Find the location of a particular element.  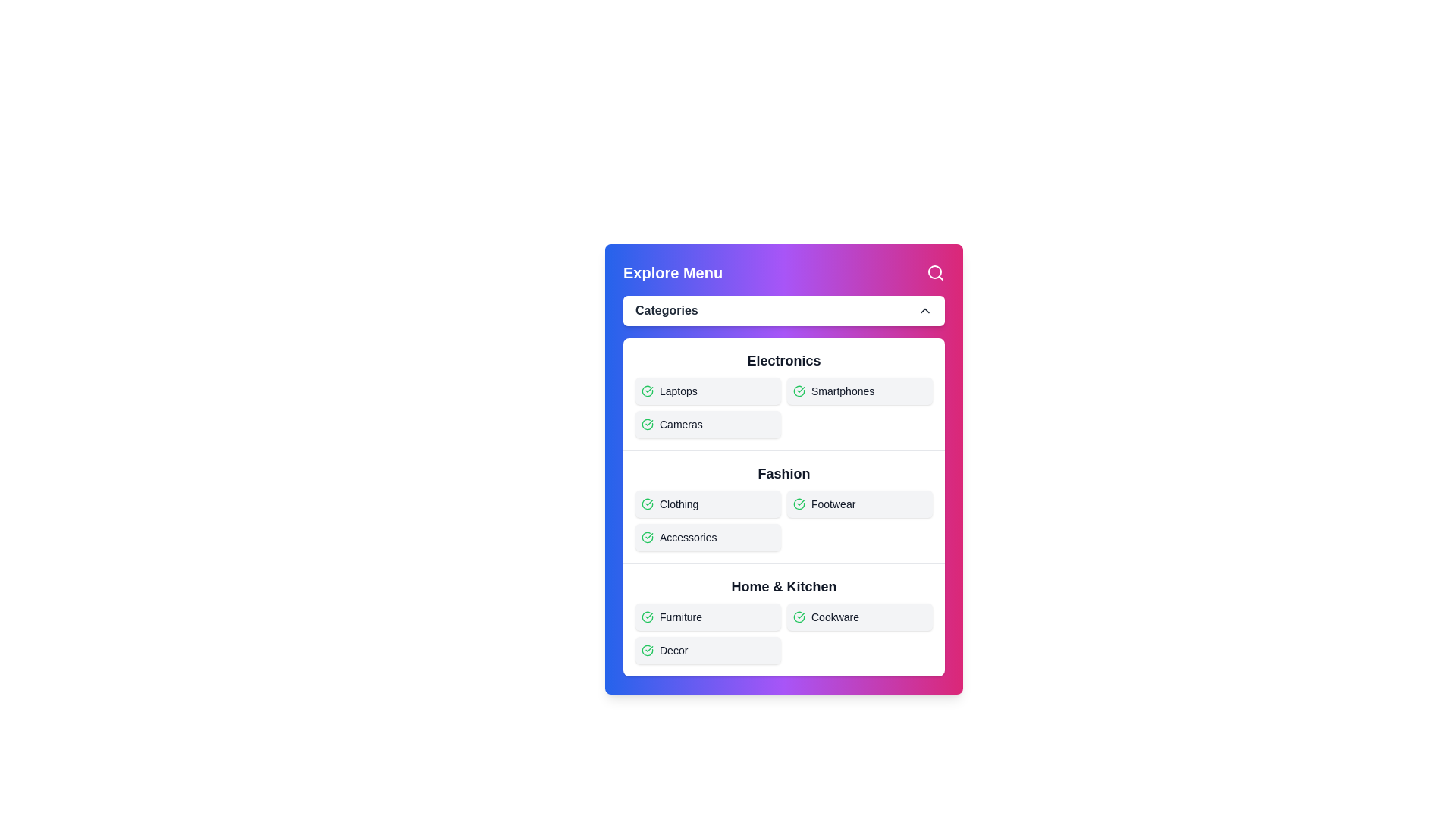

an item within the Menu Section, which is a white rectangular area with rounded corners located at the center of the interface, below the 'Categories' element is located at coordinates (783, 507).